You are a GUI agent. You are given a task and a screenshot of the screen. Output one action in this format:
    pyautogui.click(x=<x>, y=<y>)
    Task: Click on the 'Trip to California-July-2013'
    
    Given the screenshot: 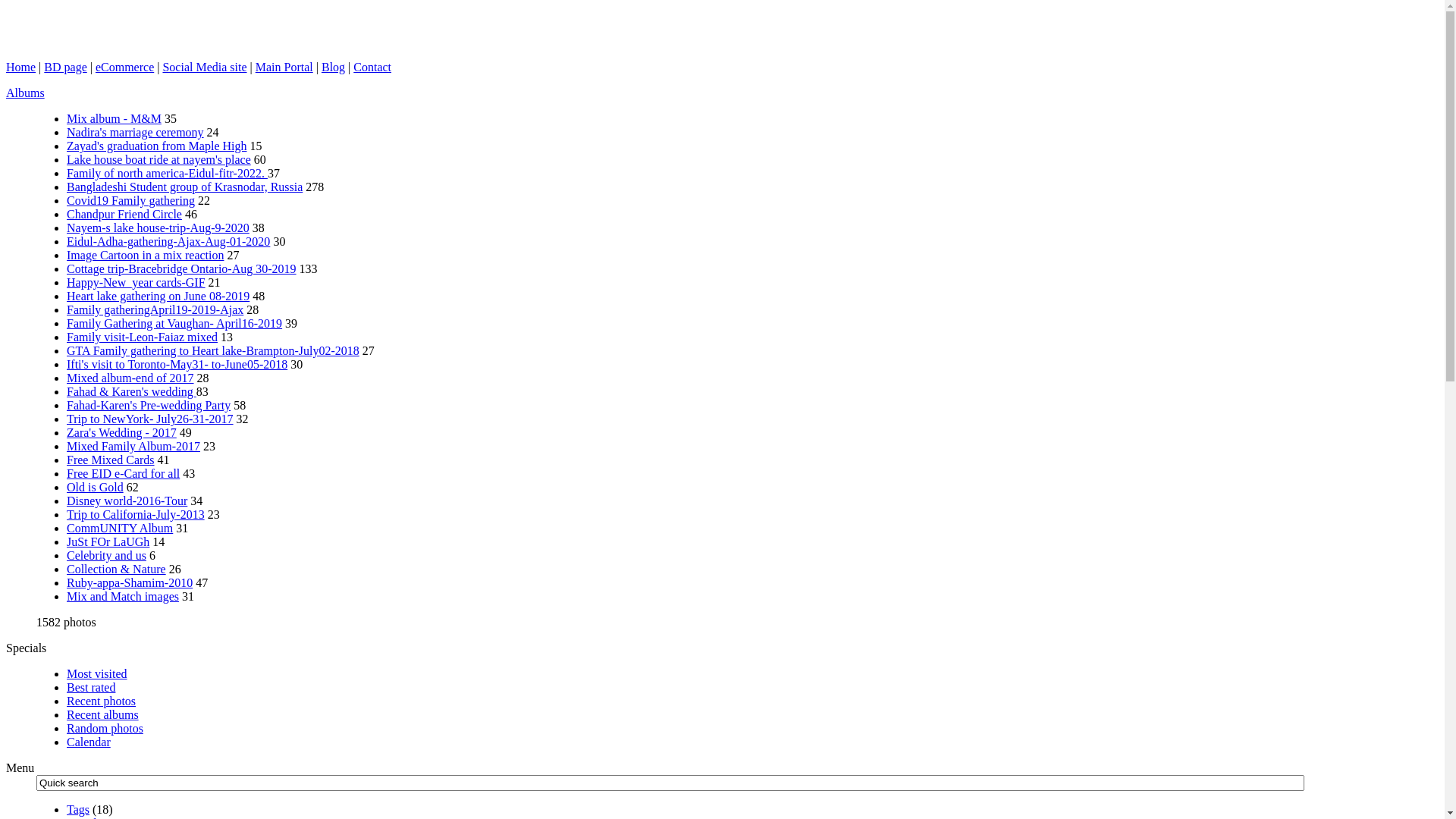 What is the action you would take?
    pyautogui.click(x=135, y=513)
    